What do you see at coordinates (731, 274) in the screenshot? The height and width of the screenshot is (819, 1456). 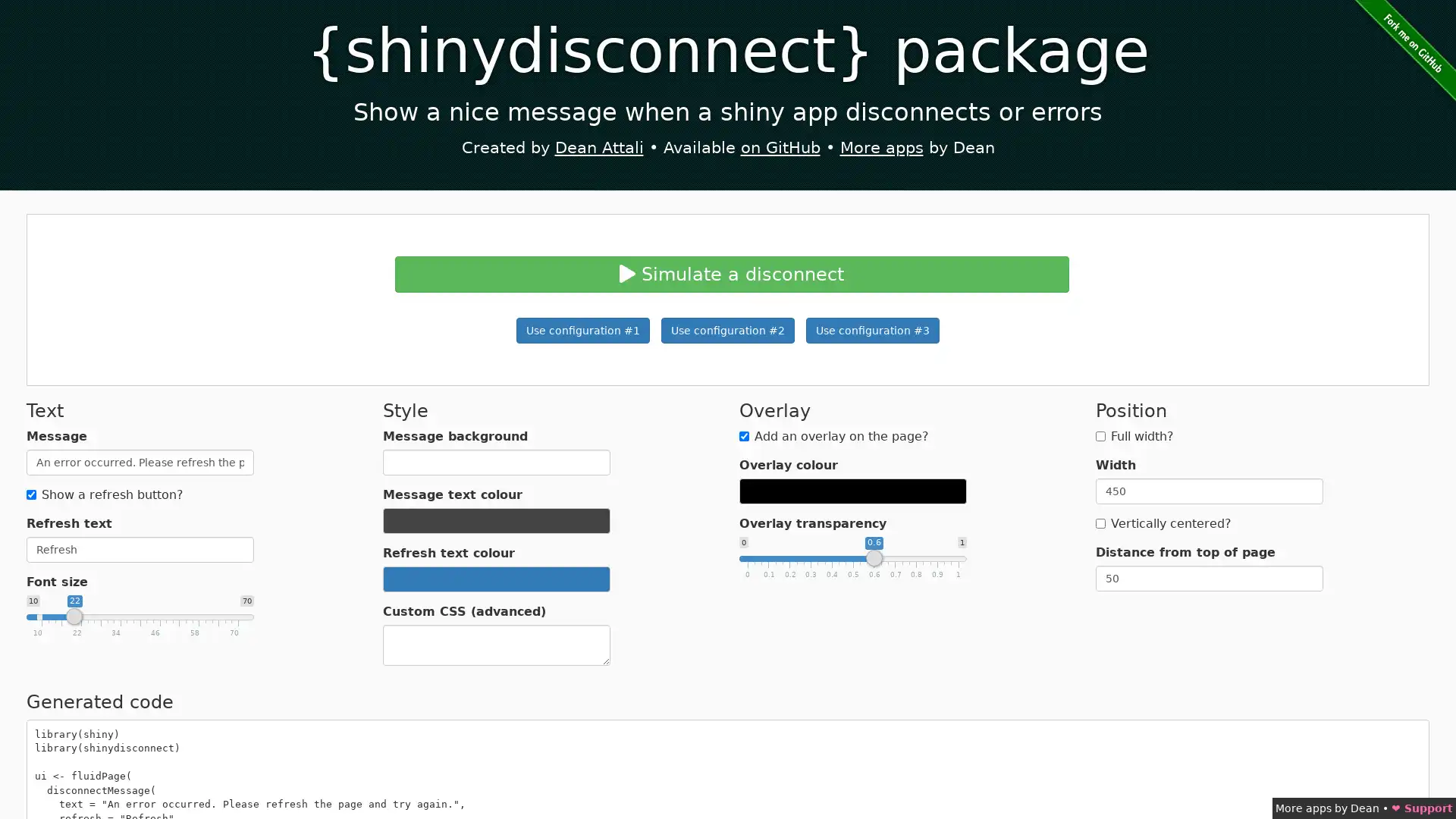 I see `Simulate a disconnect` at bounding box center [731, 274].